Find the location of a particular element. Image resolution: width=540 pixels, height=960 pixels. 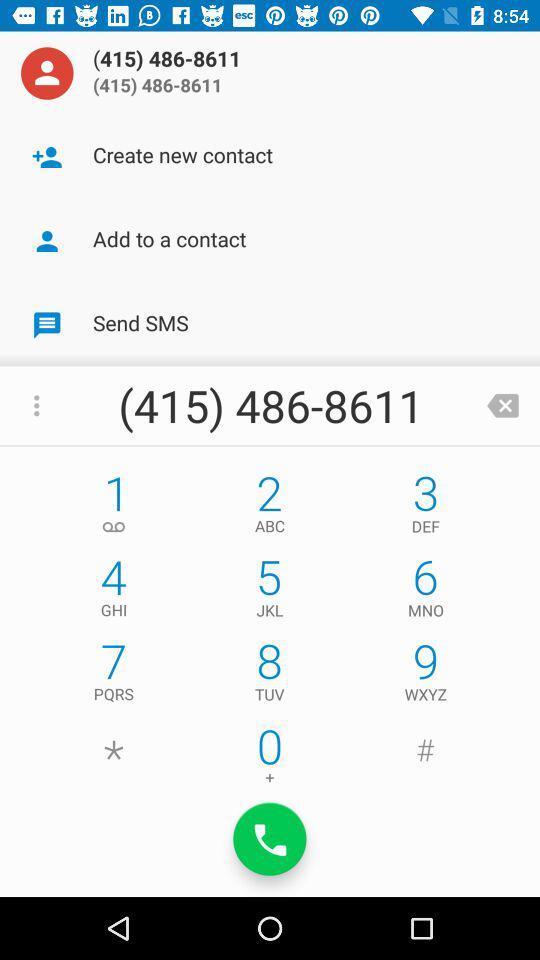

the icon next to the (415) 486-8611 icon is located at coordinates (502, 404).